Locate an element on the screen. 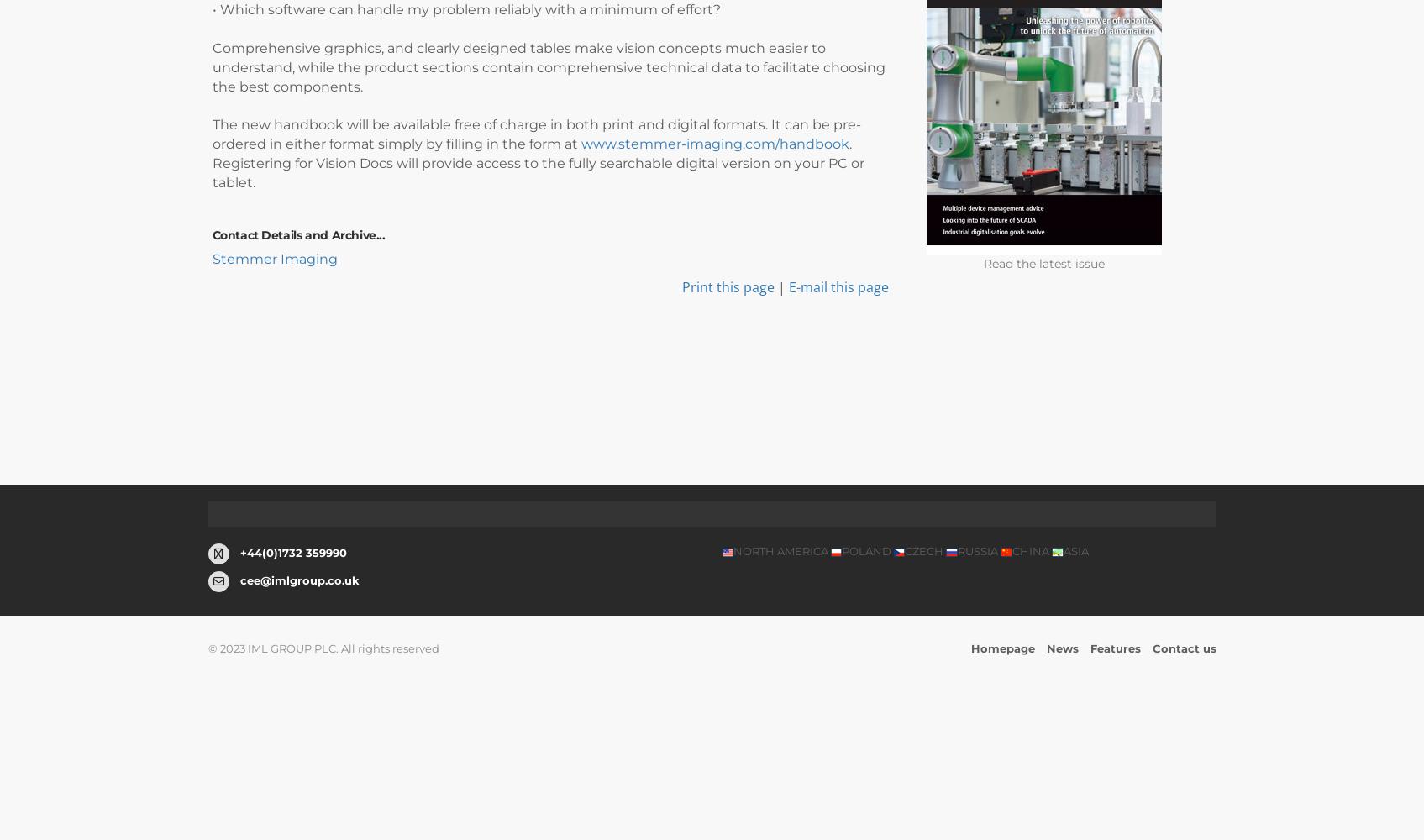  'www.stemmer-imaging.com/handbook' is located at coordinates (713, 144).